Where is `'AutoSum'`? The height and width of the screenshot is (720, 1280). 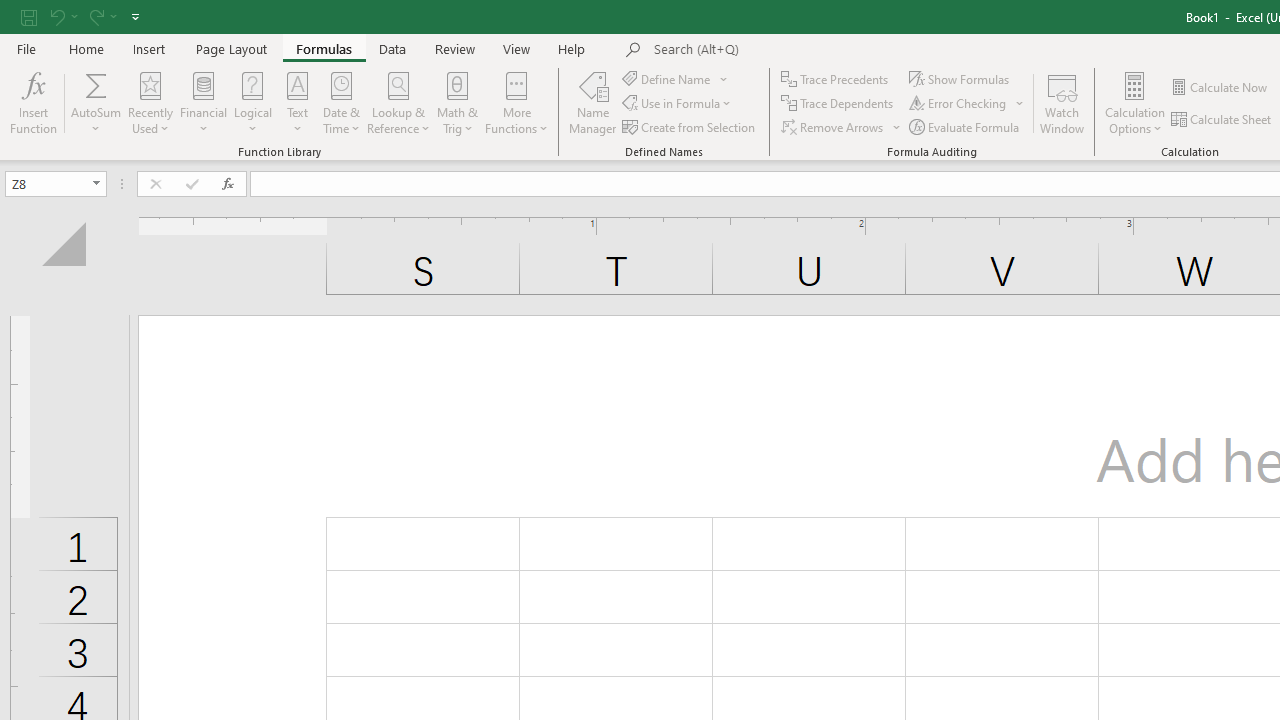 'AutoSum' is located at coordinates (95, 103).